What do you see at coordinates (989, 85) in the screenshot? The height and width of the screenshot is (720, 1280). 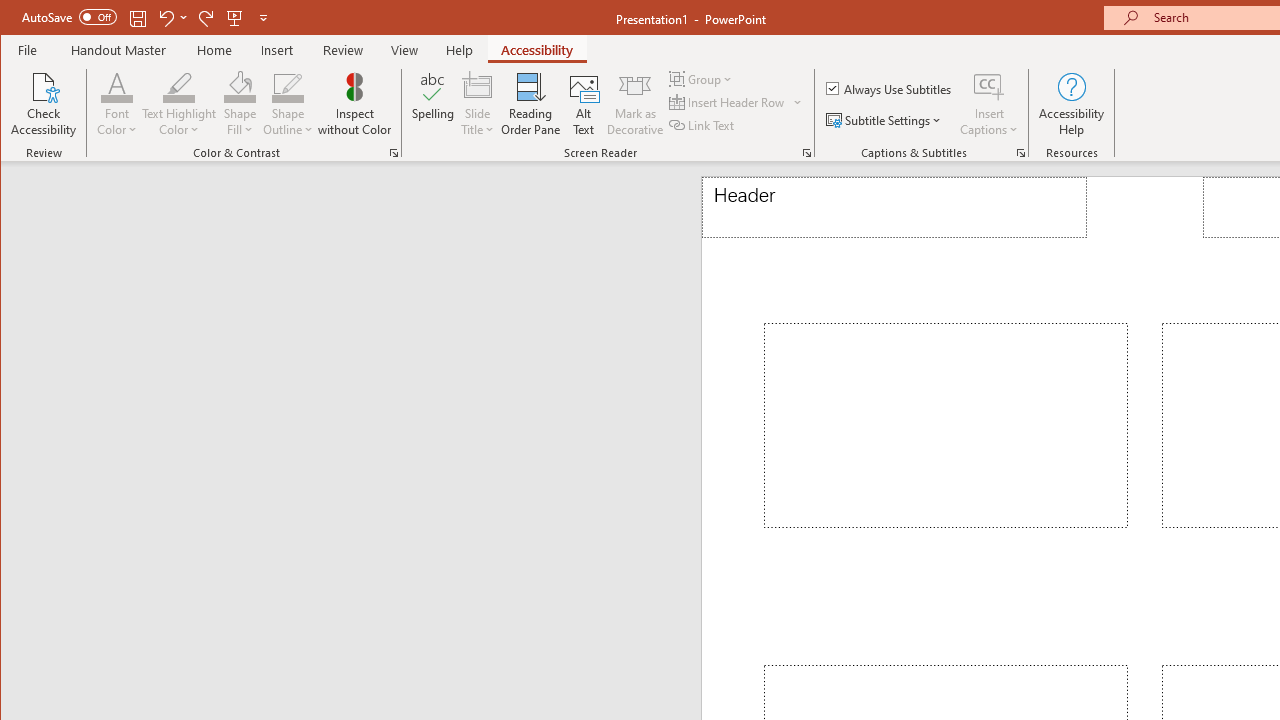 I see `'Insert Captions'` at bounding box center [989, 85].